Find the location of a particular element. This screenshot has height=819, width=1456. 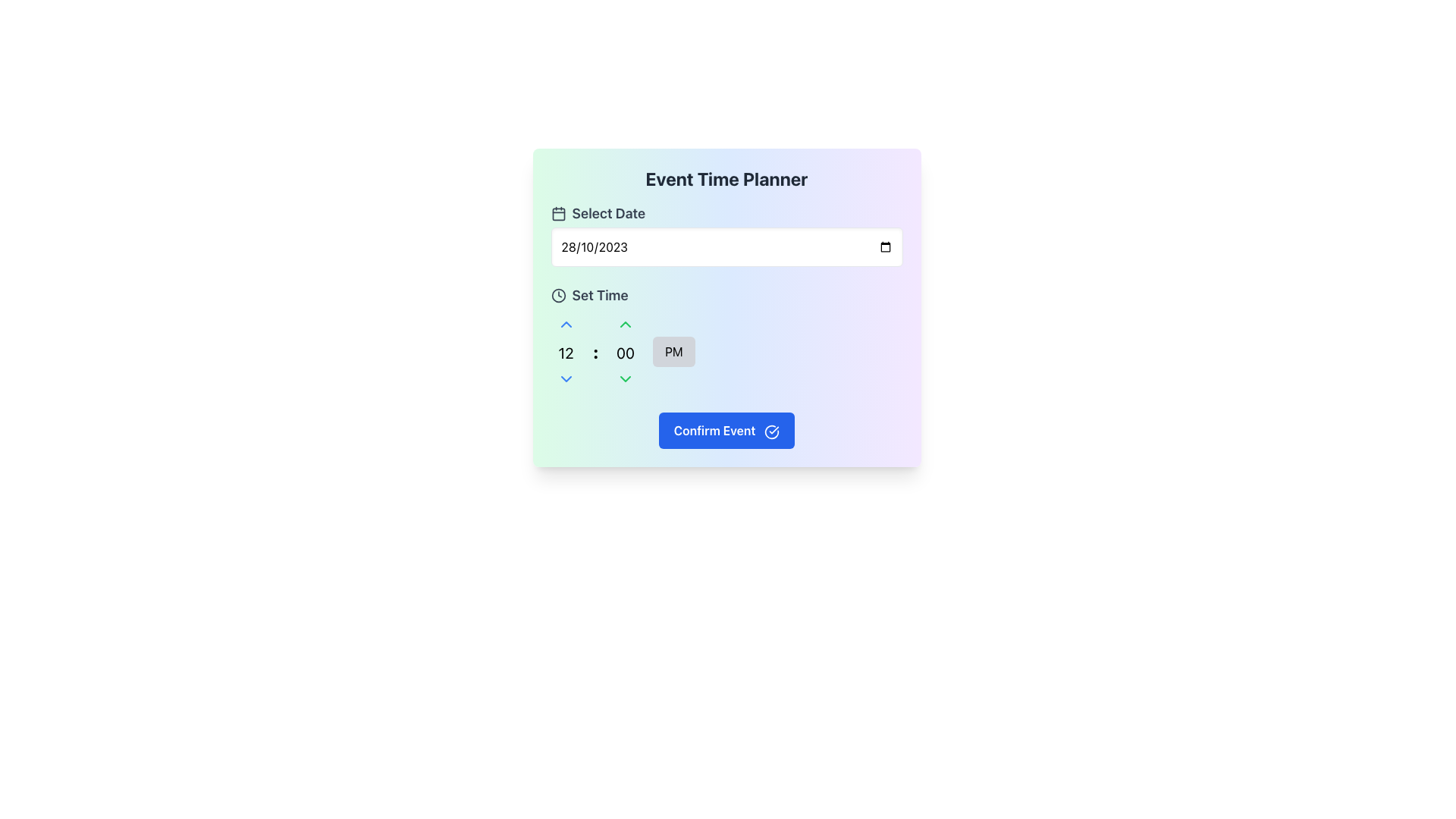

the SVG graphic element representing a calendar icon in the date selection section, located above the 'Select Date' label is located at coordinates (557, 214).